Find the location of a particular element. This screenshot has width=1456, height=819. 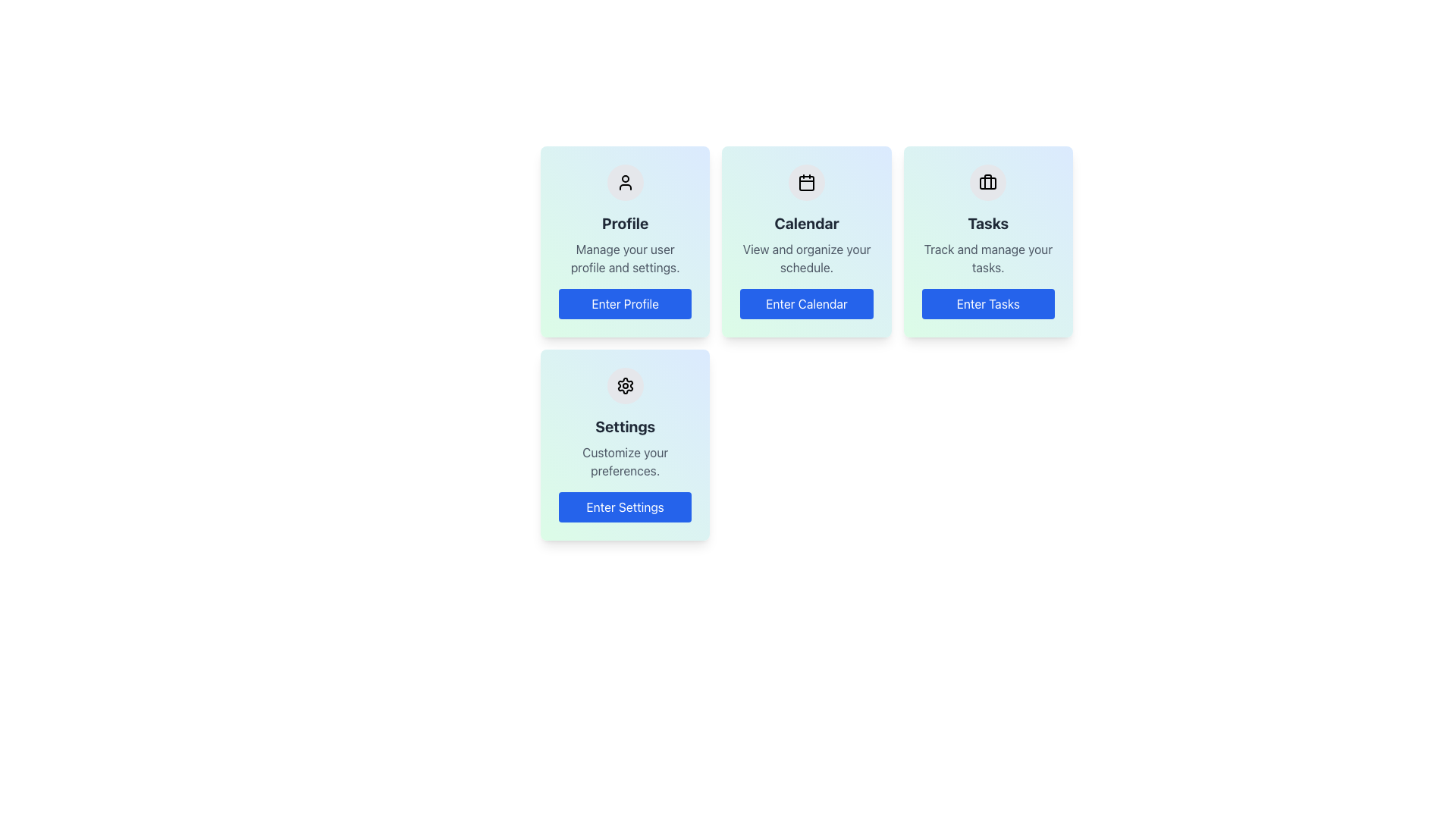

the Calendar icon element for accessibility navigation is located at coordinates (806, 181).